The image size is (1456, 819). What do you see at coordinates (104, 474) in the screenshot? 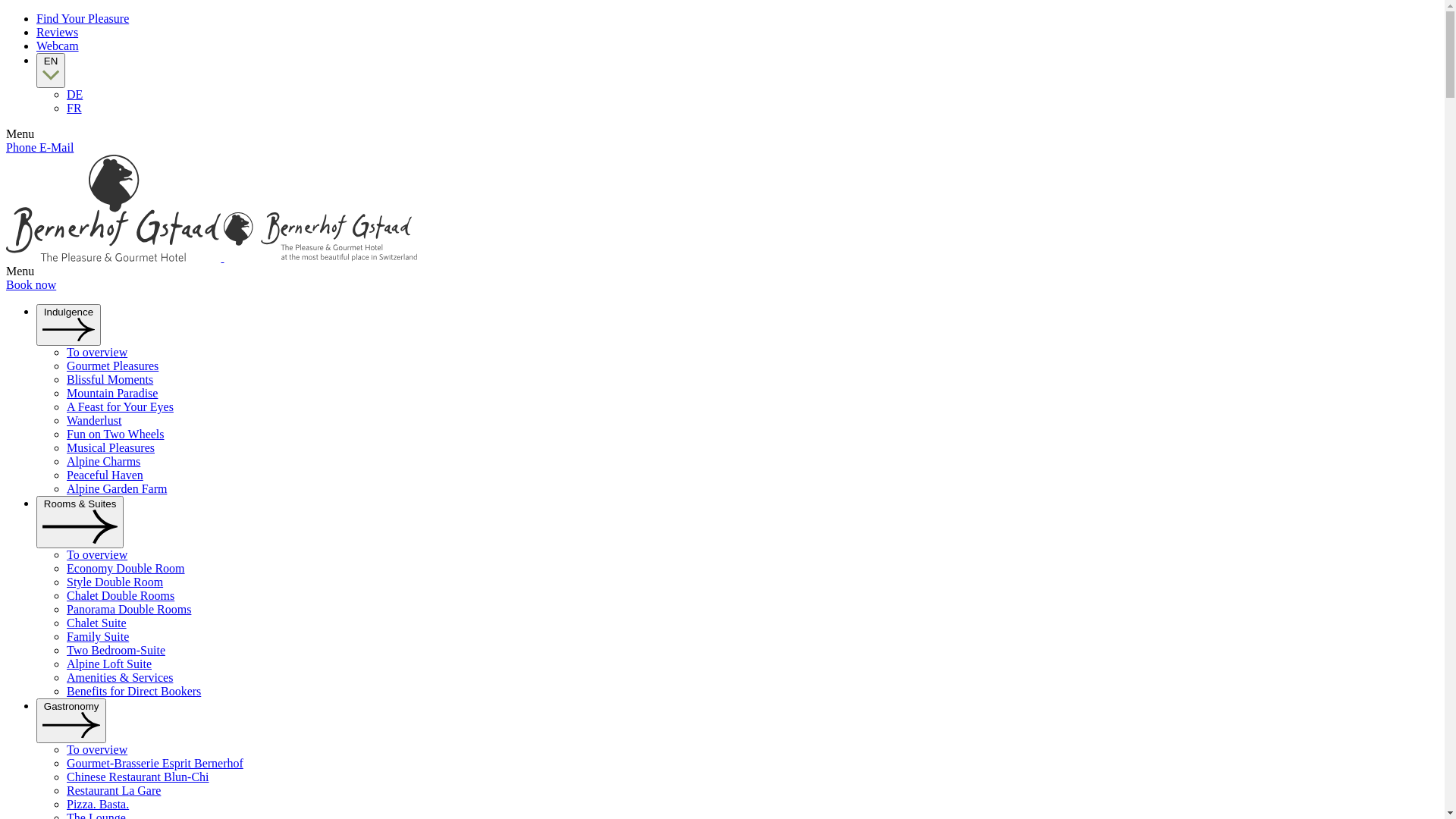
I see `'Peaceful Haven'` at bounding box center [104, 474].